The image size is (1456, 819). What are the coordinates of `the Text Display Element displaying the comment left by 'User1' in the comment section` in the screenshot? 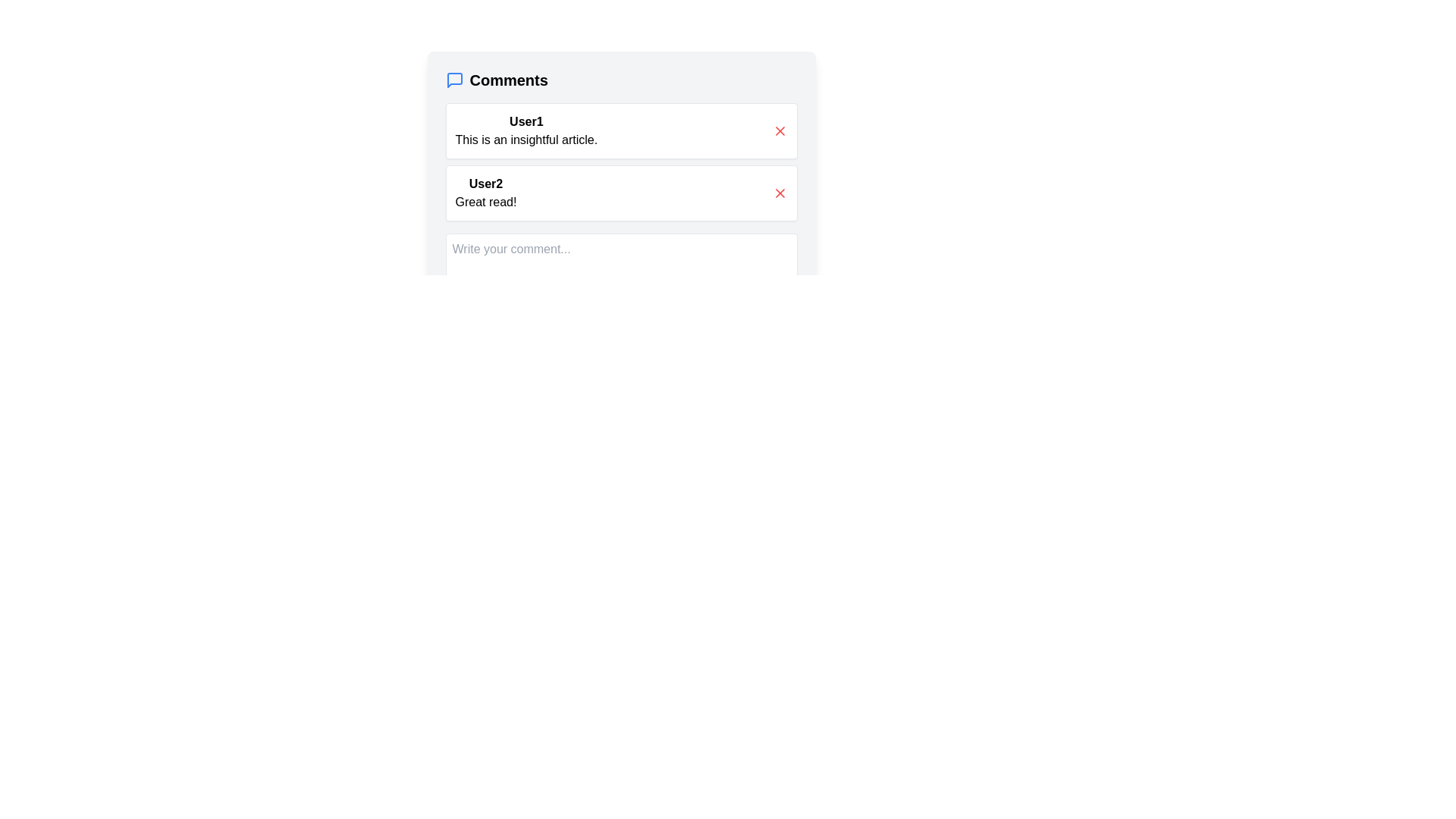 It's located at (526, 140).